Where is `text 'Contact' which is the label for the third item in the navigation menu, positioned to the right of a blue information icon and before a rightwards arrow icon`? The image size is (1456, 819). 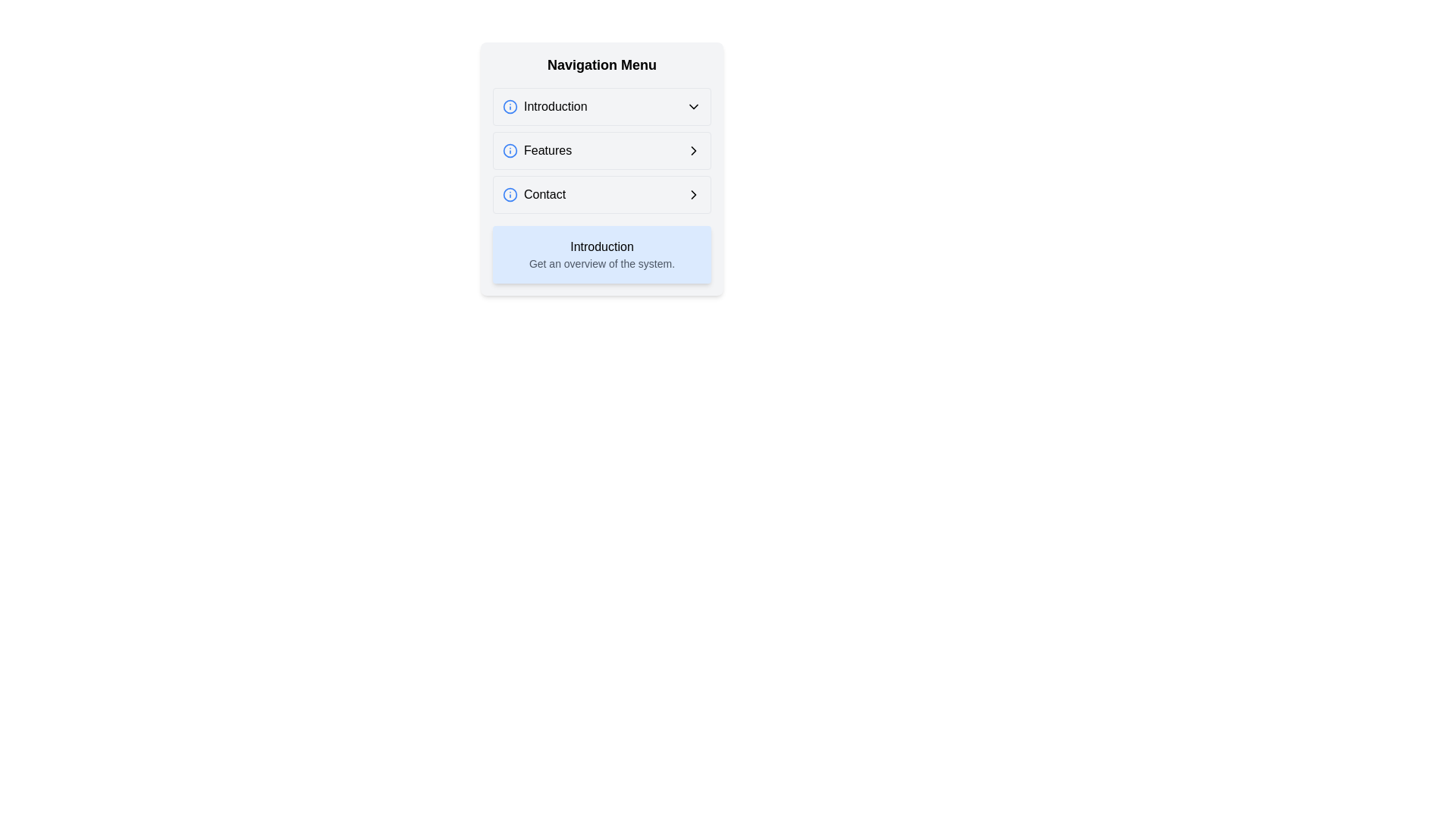
text 'Contact' which is the label for the third item in the navigation menu, positioned to the right of a blue information icon and before a rightwards arrow icon is located at coordinates (544, 194).